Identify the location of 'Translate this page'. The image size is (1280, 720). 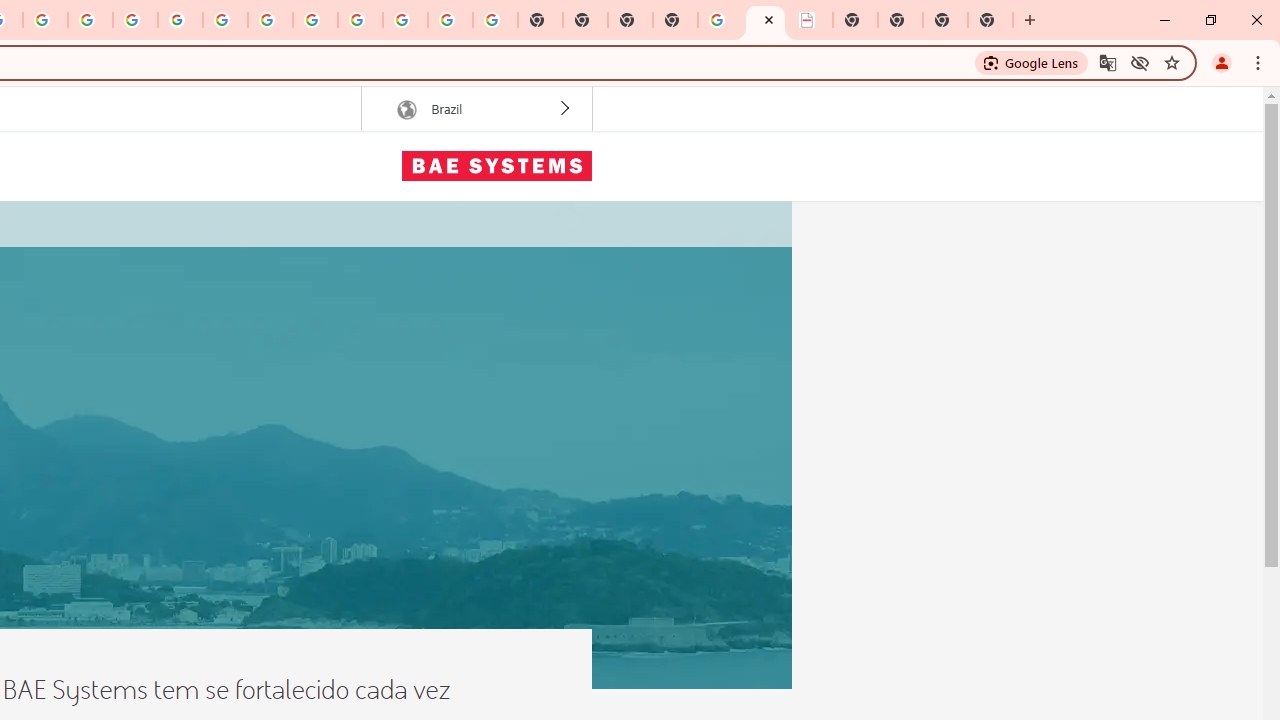
(1106, 61).